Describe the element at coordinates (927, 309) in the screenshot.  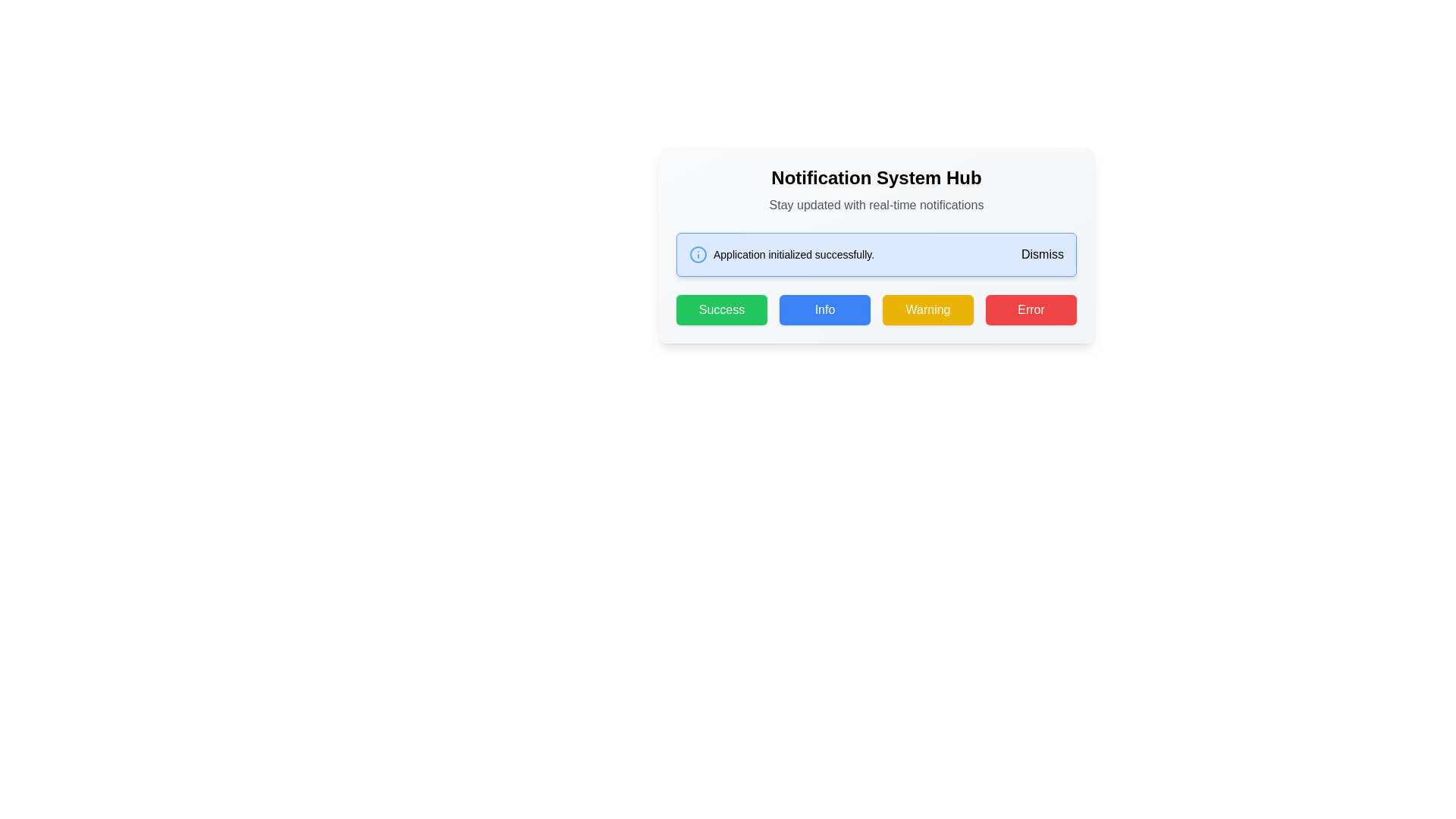
I see `the 'Warning' button, which is a rectangular button with rounded corners and a yellow background labeled in bold white text, located below the 'Notification System Hub'` at that location.